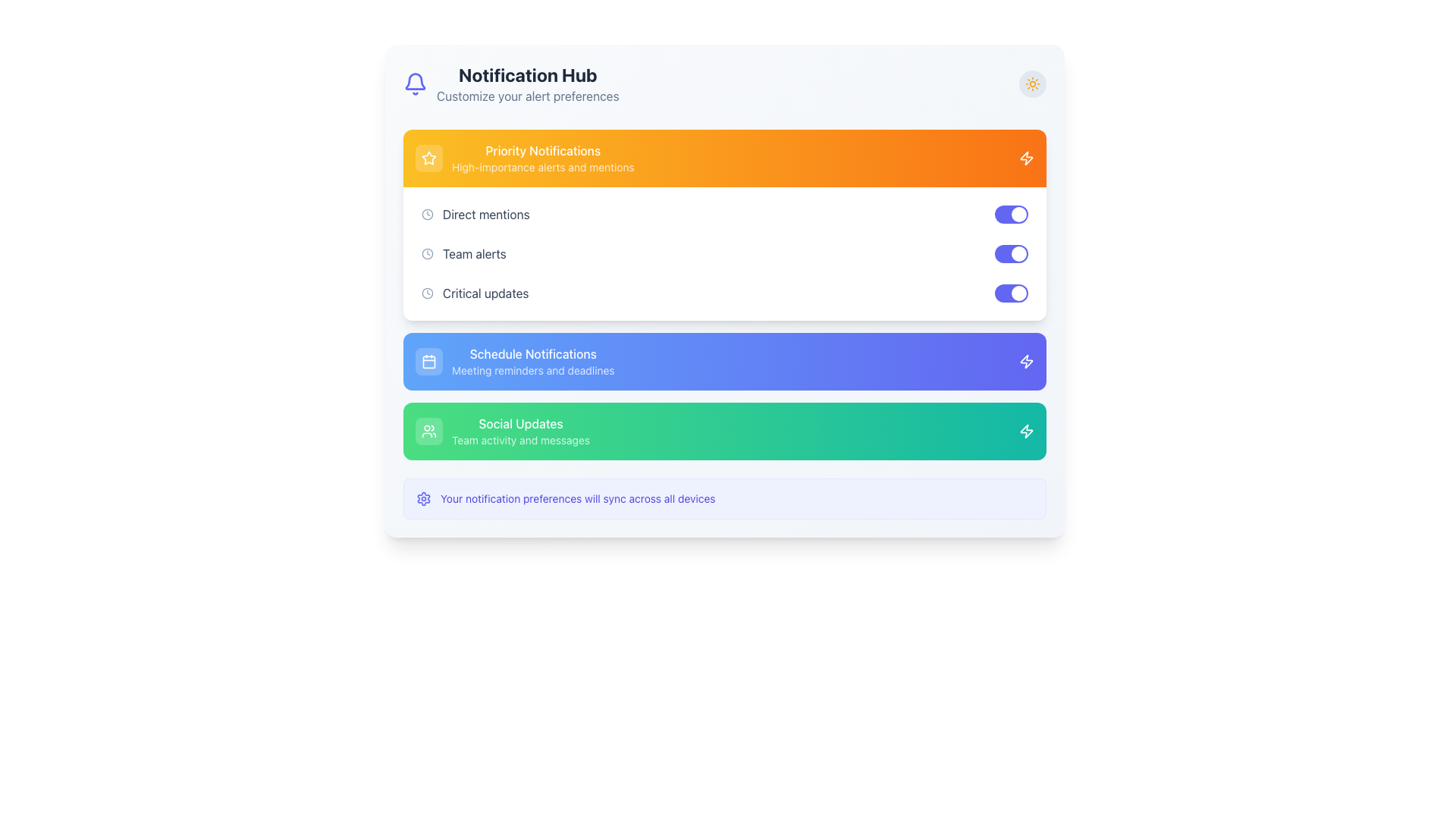 This screenshot has width=1456, height=819. I want to click on the toggle switch for 'Critical updates' in the 'Priority Notifications' section, so click(1012, 293).